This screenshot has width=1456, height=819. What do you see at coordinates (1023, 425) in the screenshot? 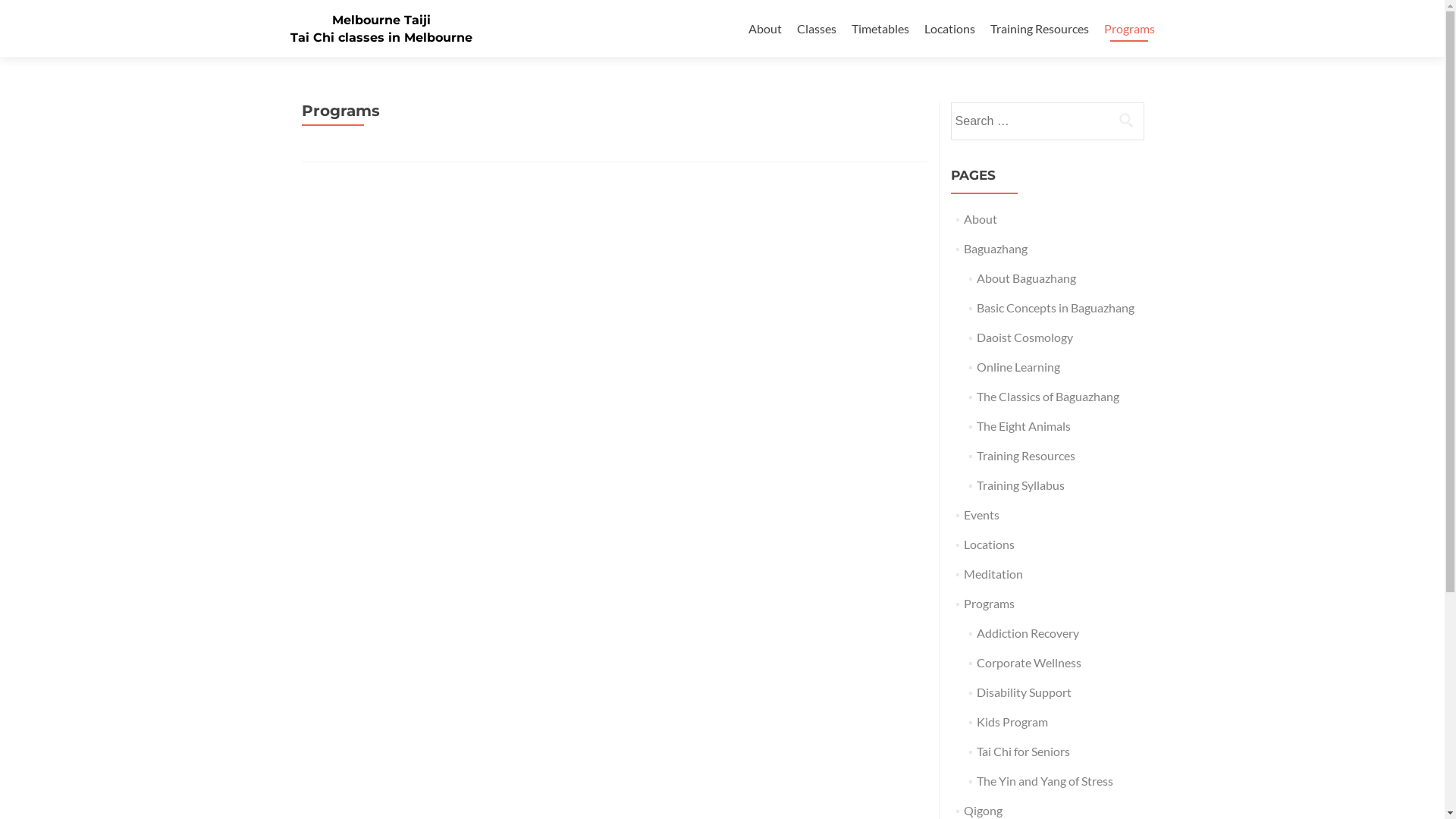
I see `'The Eight Animals'` at bounding box center [1023, 425].